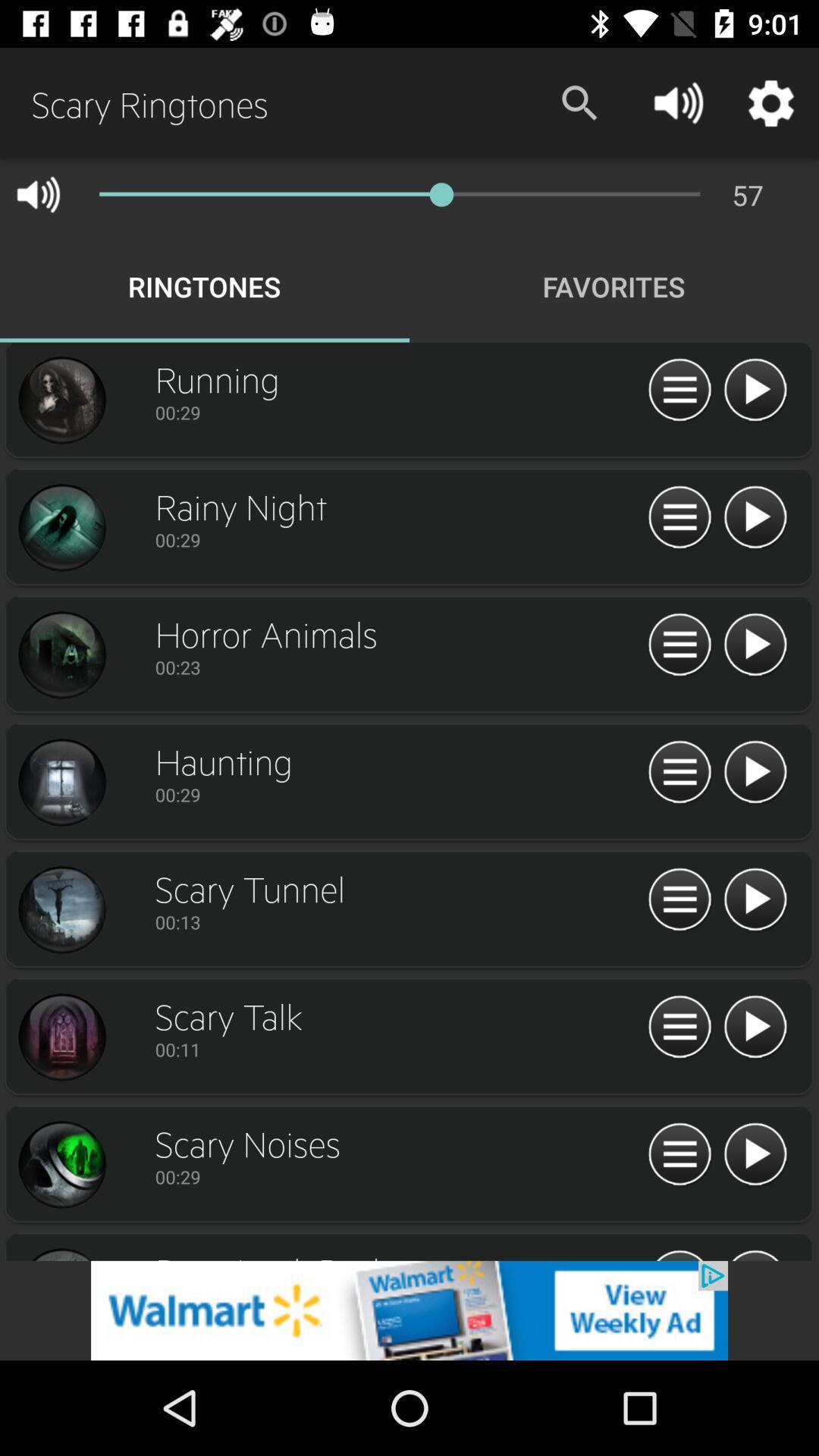 The image size is (819, 1456). What do you see at coordinates (61, 1037) in the screenshot?
I see `open author image` at bounding box center [61, 1037].